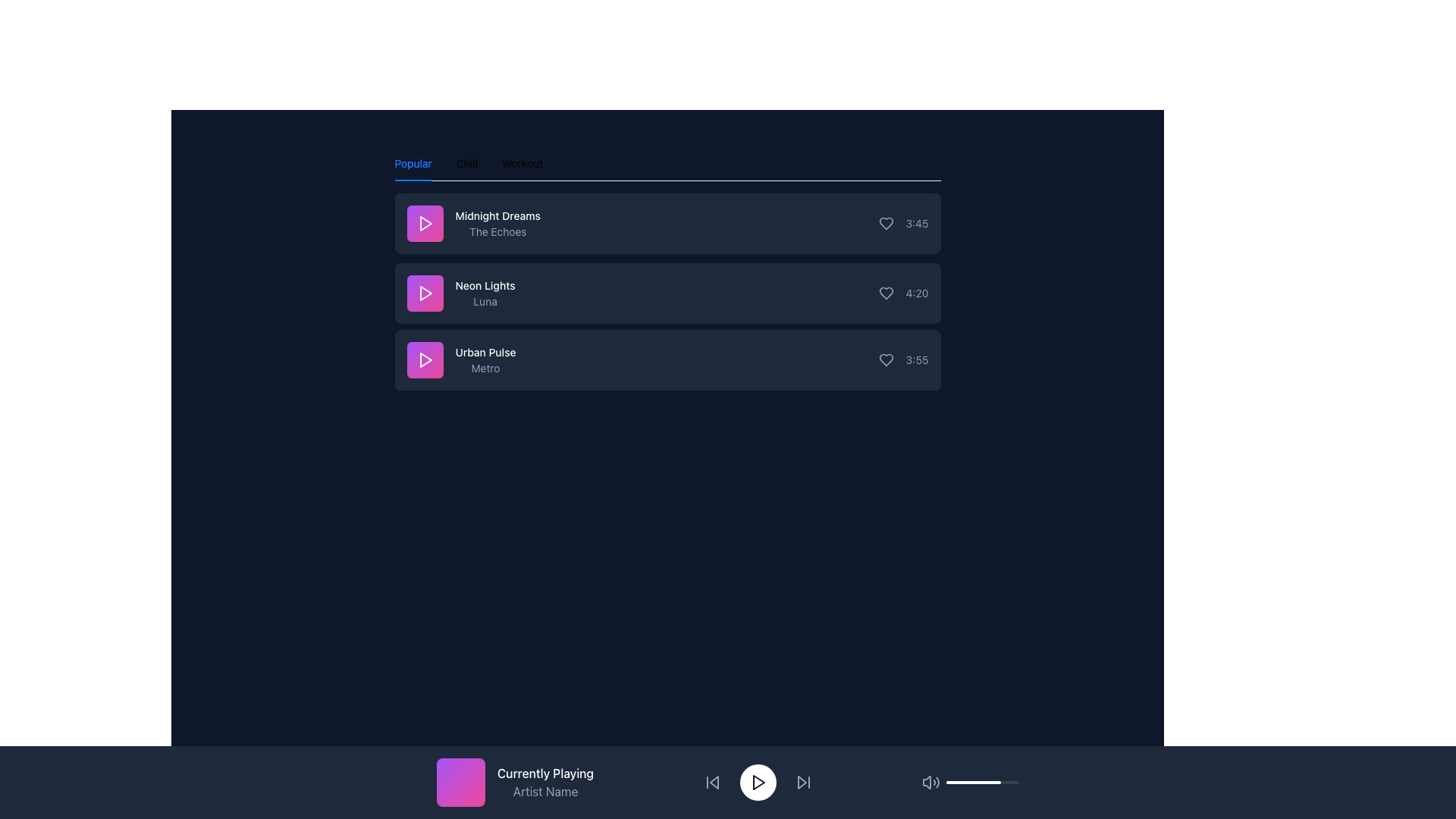  I want to click on the play button located to the left of the song title 'Midnight Dreams' by 'The Echoes' to initiate playback, so click(425, 223).